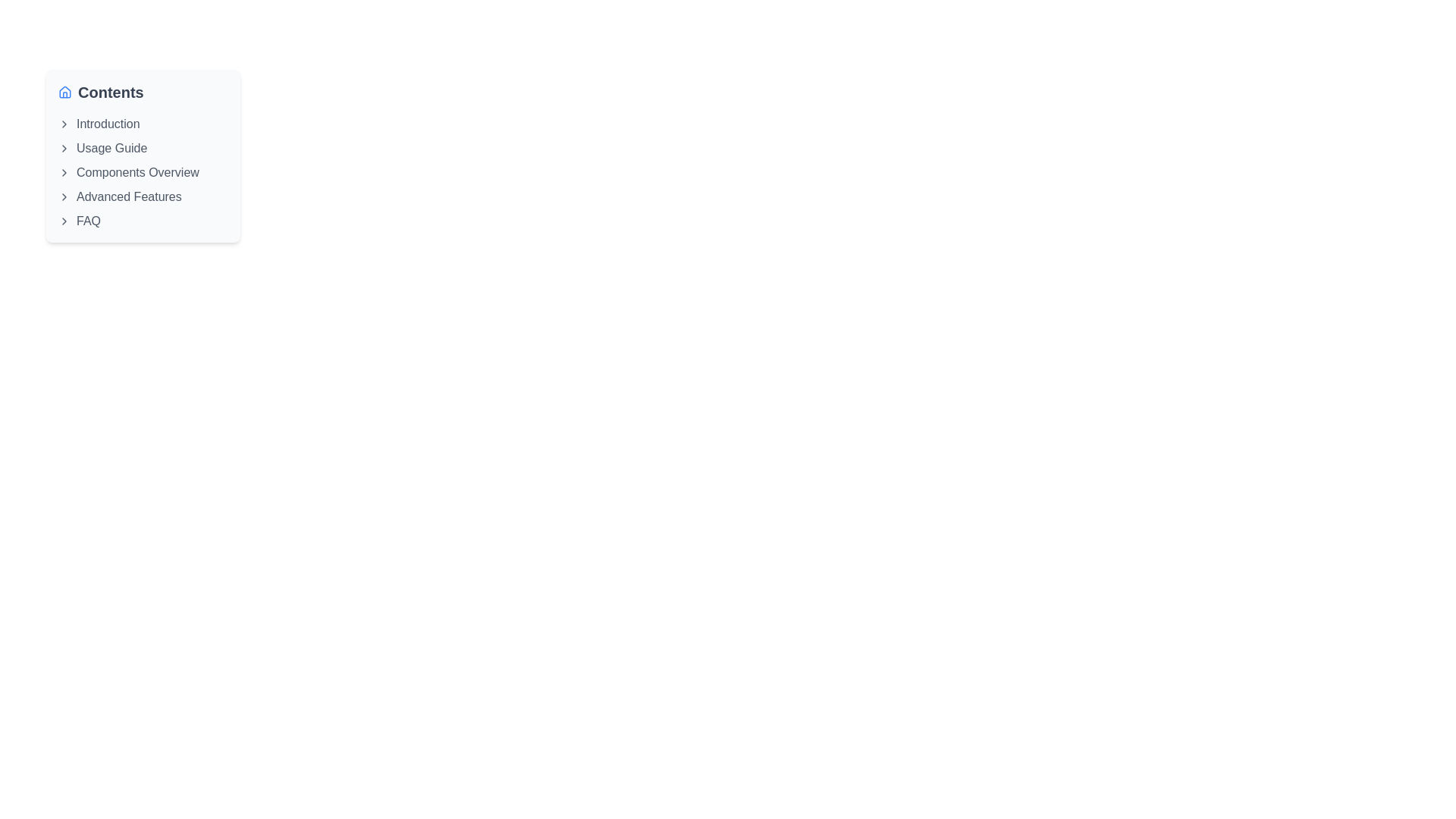 The image size is (1456, 819). What do you see at coordinates (64, 196) in the screenshot?
I see `the small right-pointing chevron icon located to the left of the 'Advanced Features' text label in the sidebar menu` at bounding box center [64, 196].